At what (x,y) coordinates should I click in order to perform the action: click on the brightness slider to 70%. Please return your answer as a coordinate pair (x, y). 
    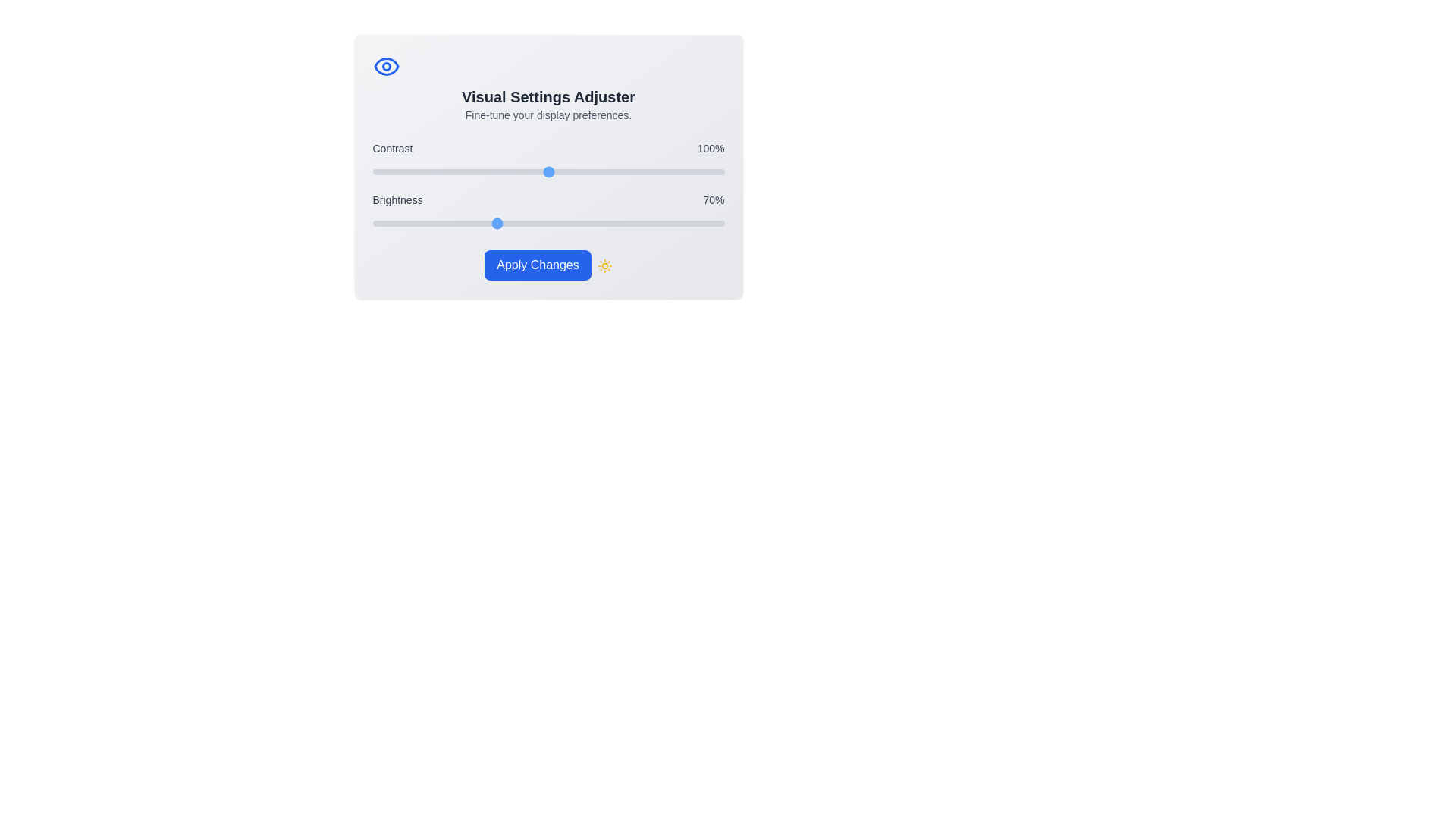
    Looking at the image, I should click on (495, 223).